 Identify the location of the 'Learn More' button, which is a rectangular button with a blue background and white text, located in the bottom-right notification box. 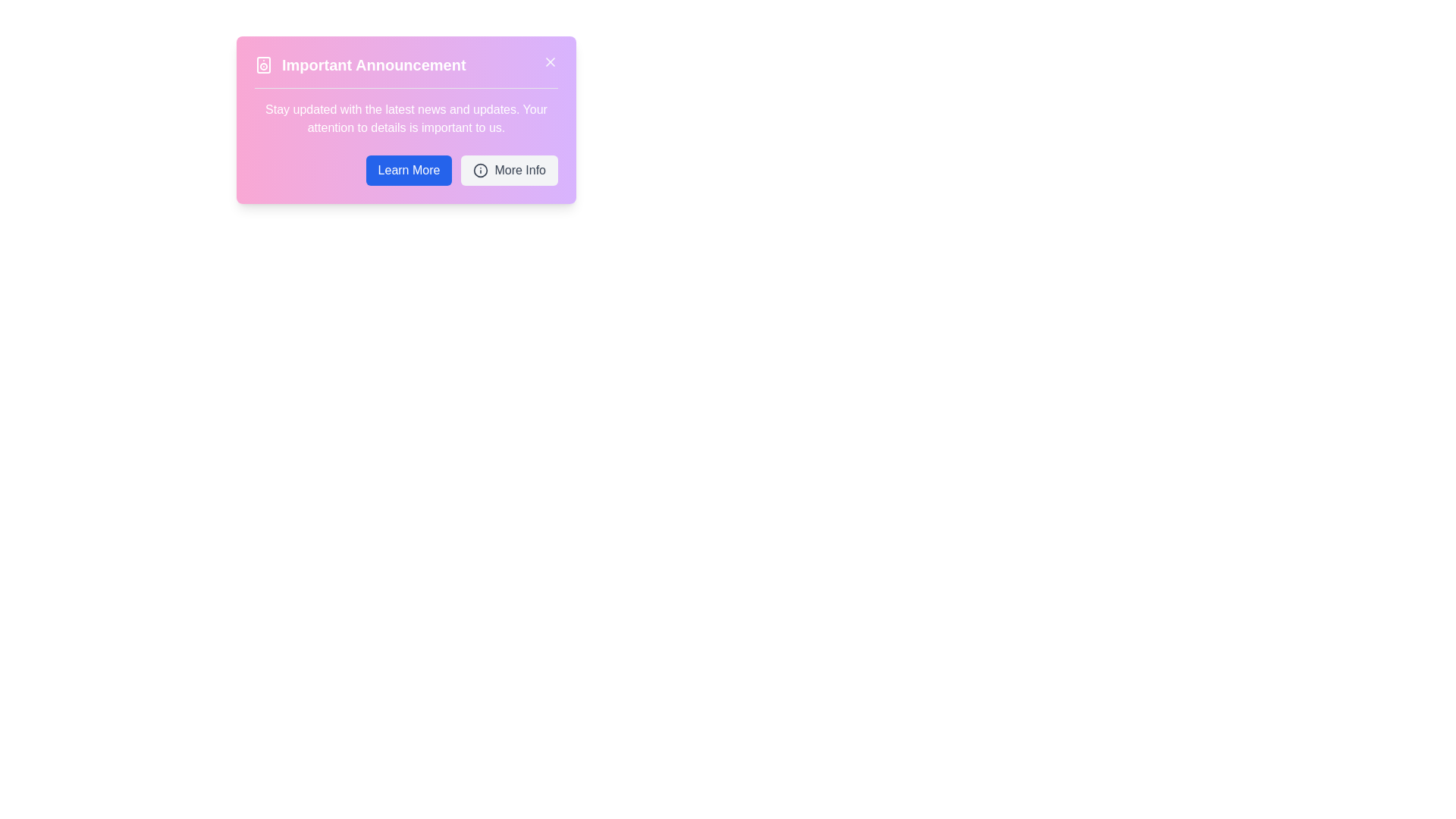
(406, 170).